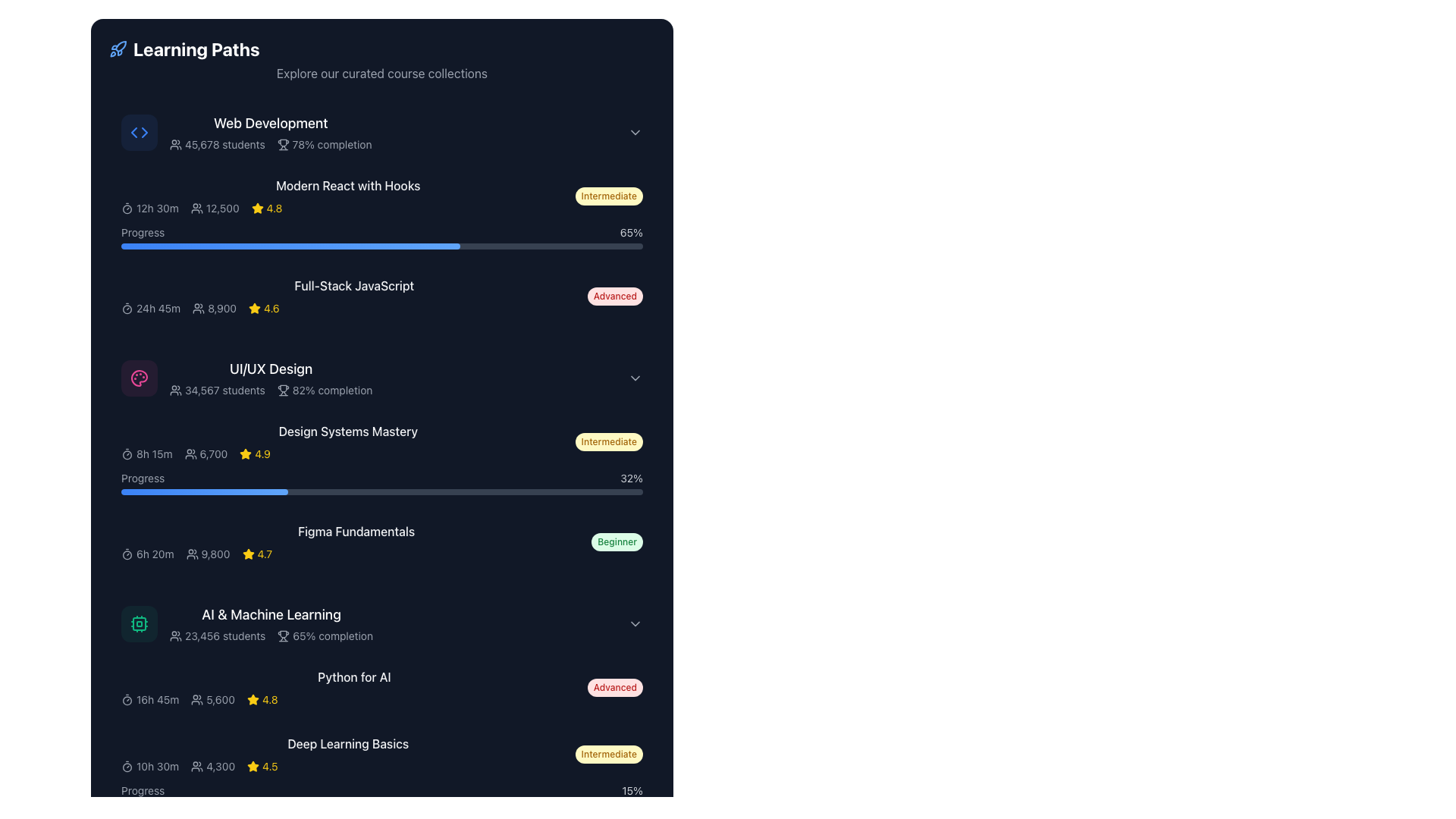 Image resolution: width=1456 pixels, height=819 pixels. I want to click on text content displaying the number '4.5', which is part of the rating system next to the yellow star icon for the course 'Deep Learning Basics', so click(270, 766).